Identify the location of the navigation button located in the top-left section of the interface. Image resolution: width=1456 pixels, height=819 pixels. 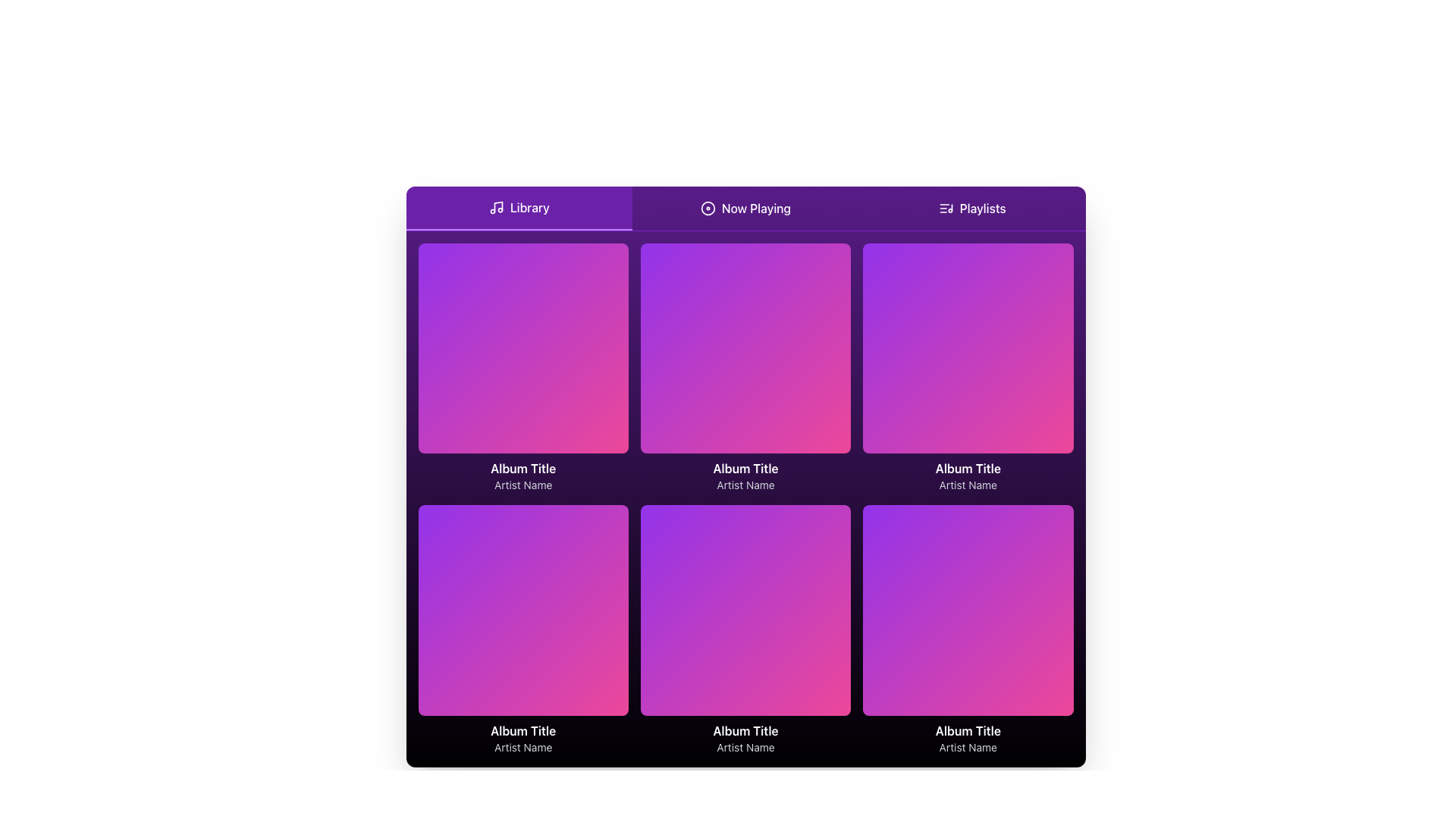
(519, 208).